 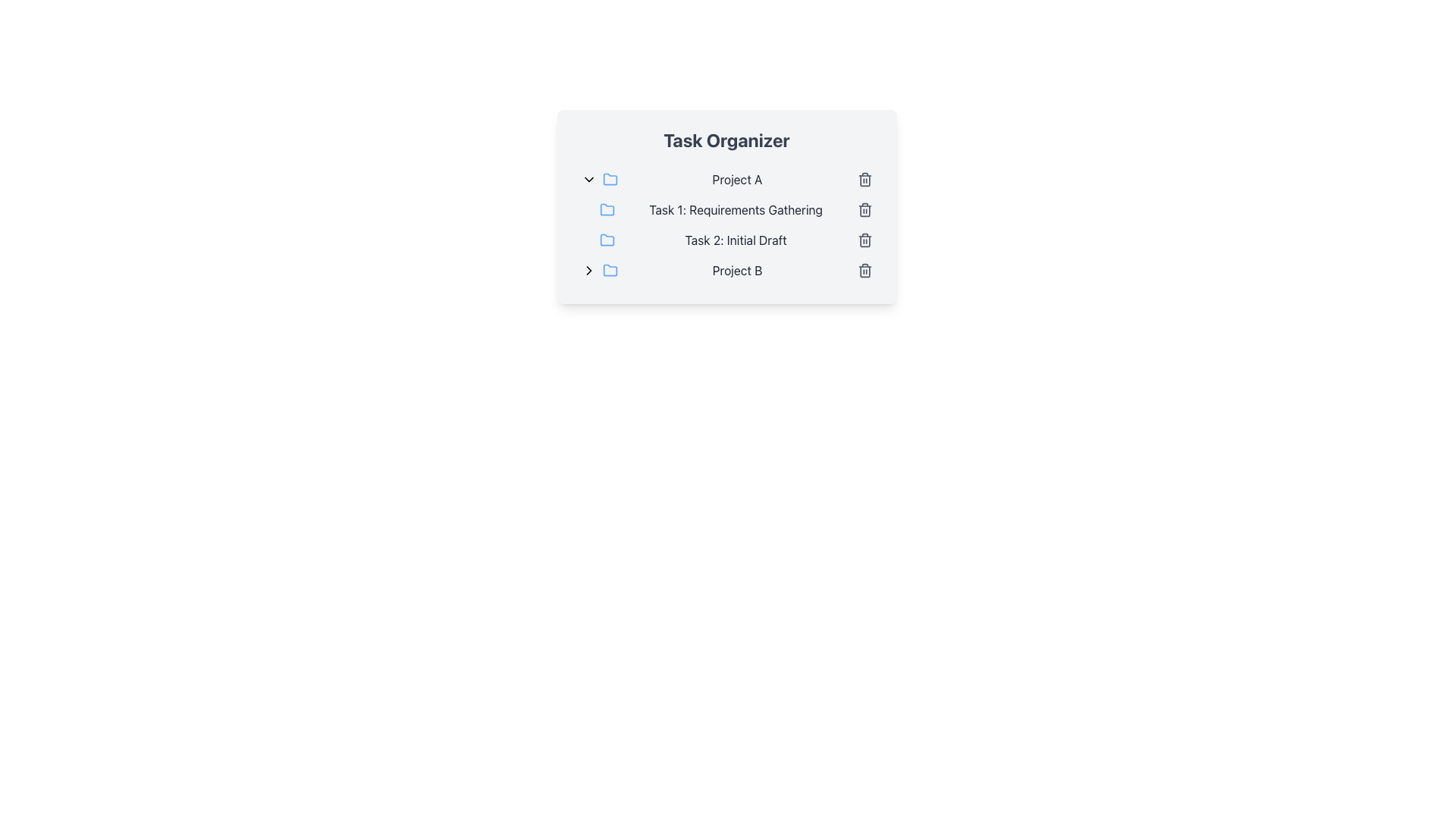 I want to click on text label 'Task 1: Requirements Gathering', which is the first task in the list under 'Project A', so click(x=736, y=210).